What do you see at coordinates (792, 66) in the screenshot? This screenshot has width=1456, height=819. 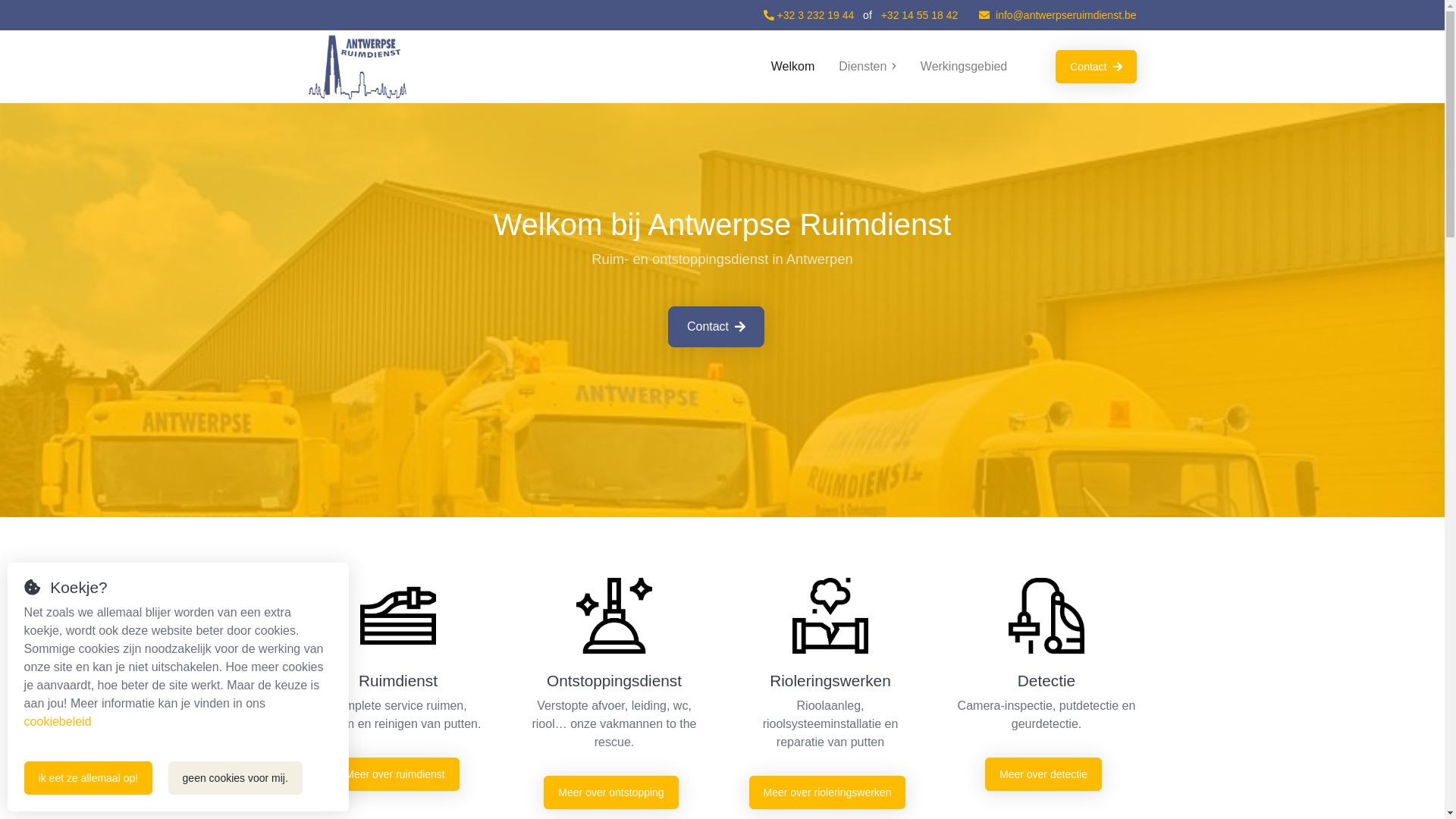 I see `'Welkom'` at bounding box center [792, 66].